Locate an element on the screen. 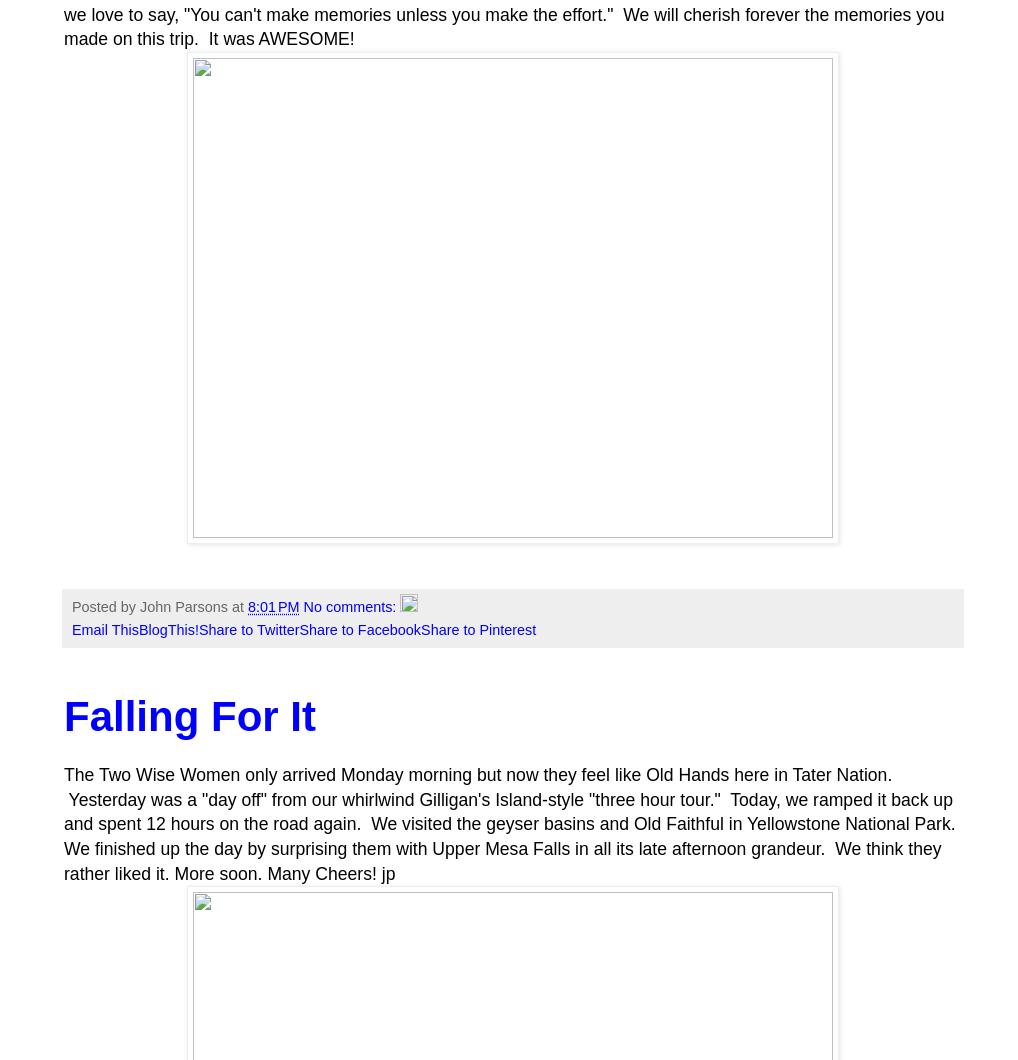 This screenshot has width=1018, height=1060. 'Falling For It' is located at coordinates (64, 715).